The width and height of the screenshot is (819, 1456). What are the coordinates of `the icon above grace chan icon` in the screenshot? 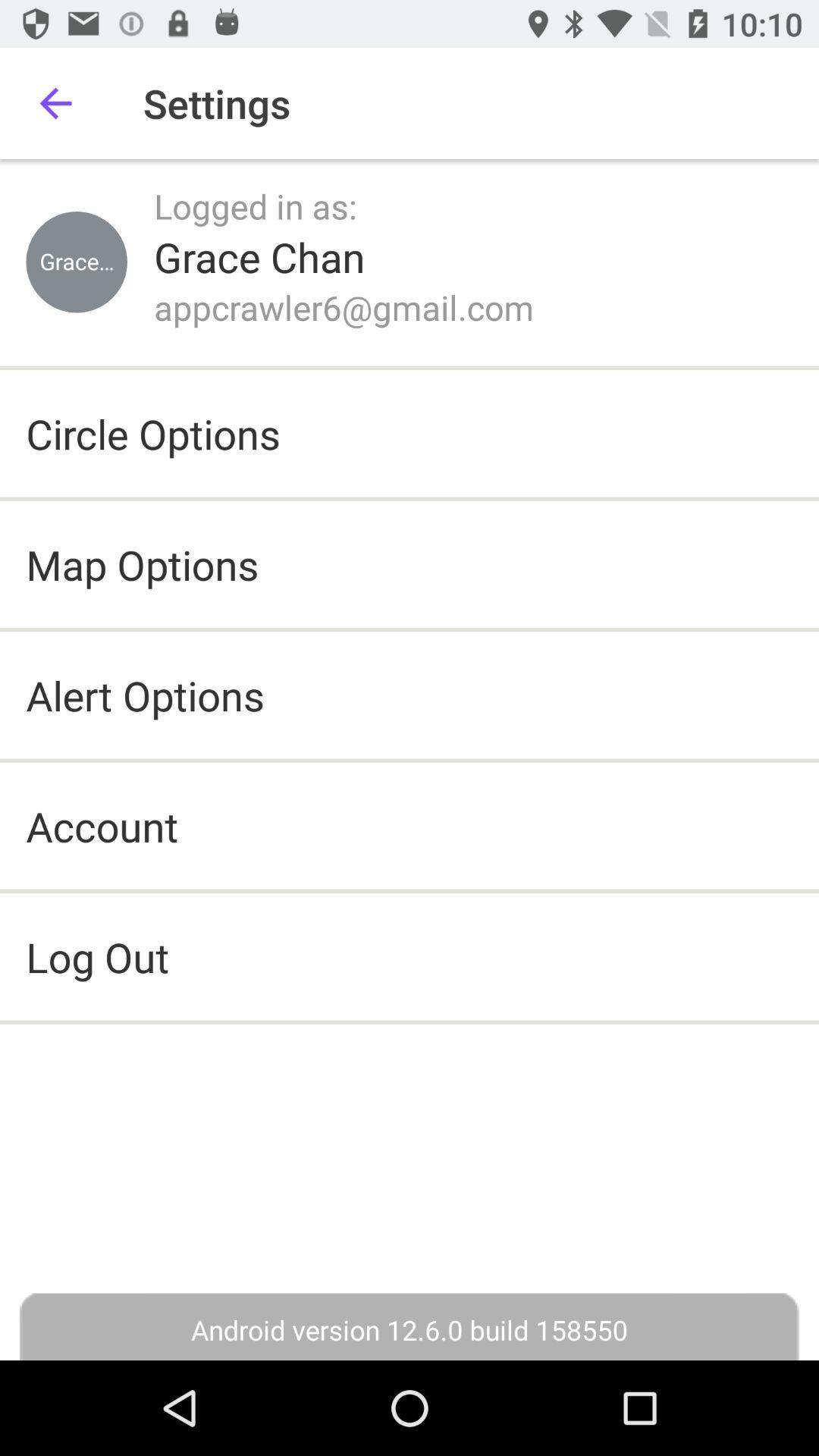 It's located at (255, 205).